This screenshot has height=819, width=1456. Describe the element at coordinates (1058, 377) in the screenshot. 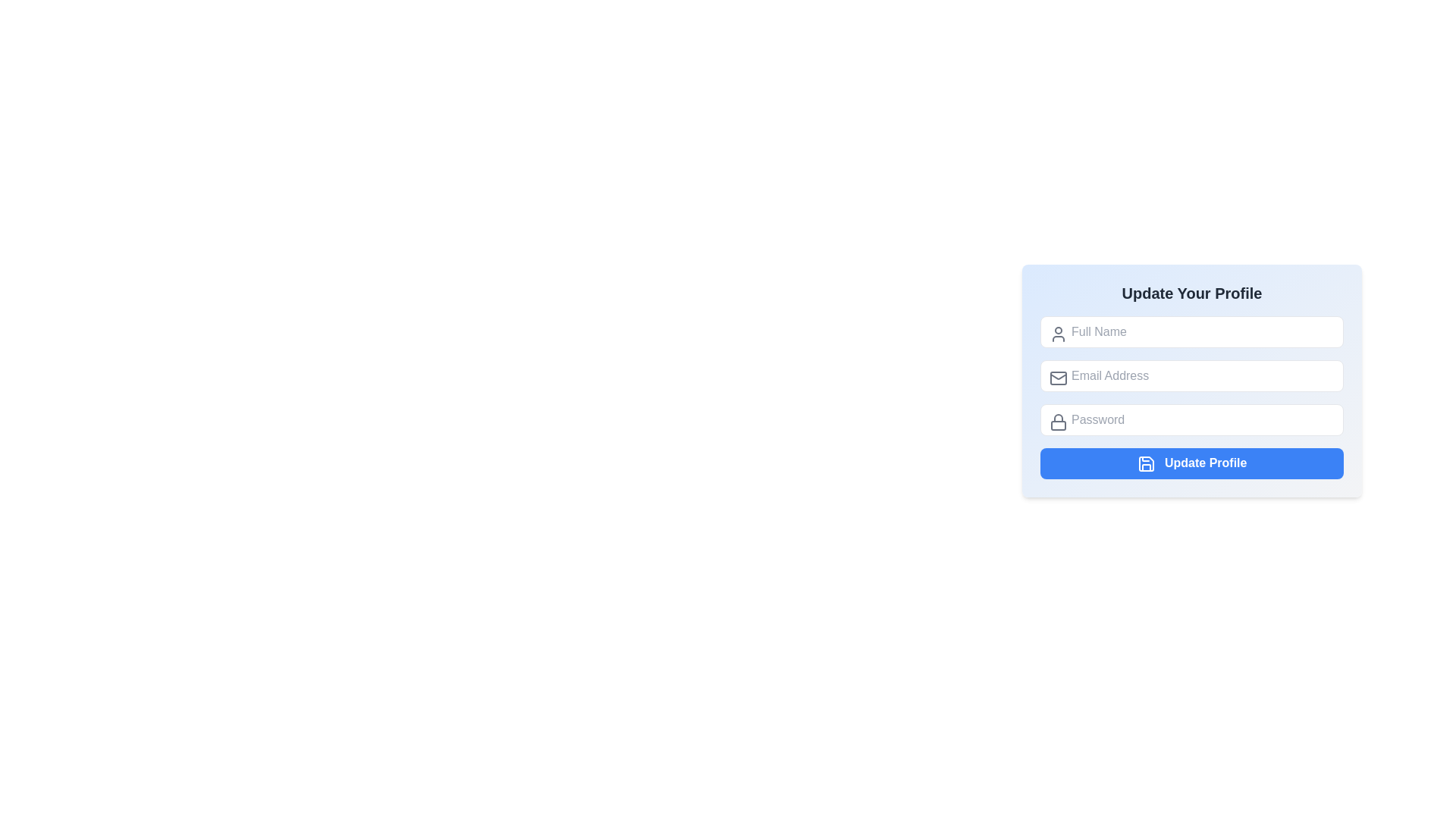

I see `the static envelope icon located on the left side of the 'Email Address' input field, which is styled with a gray color and positioned in the second row of the form` at that location.